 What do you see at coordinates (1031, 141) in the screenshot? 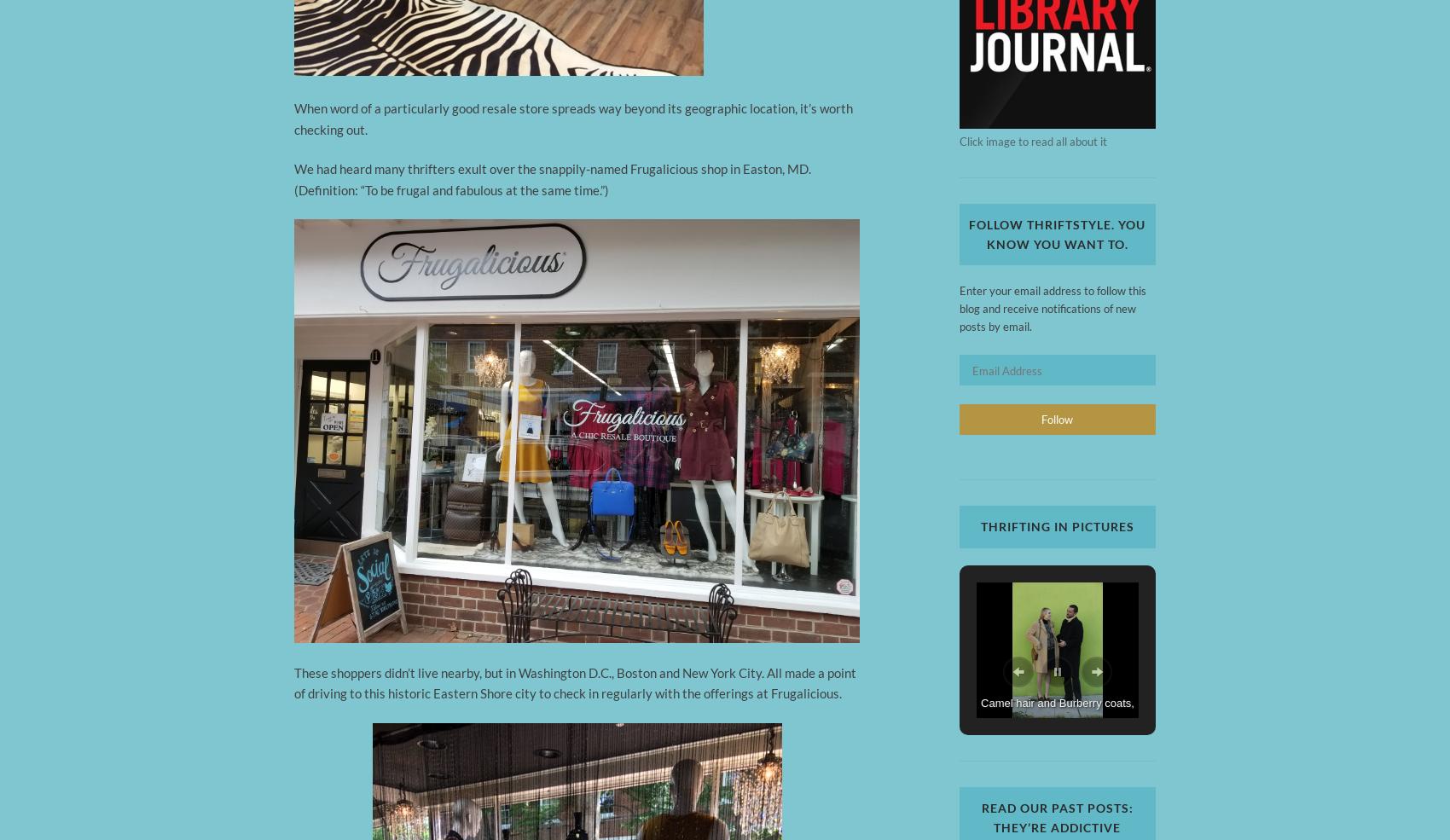
I see `'Click image to read all about it'` at bounding box center [1031, 141].